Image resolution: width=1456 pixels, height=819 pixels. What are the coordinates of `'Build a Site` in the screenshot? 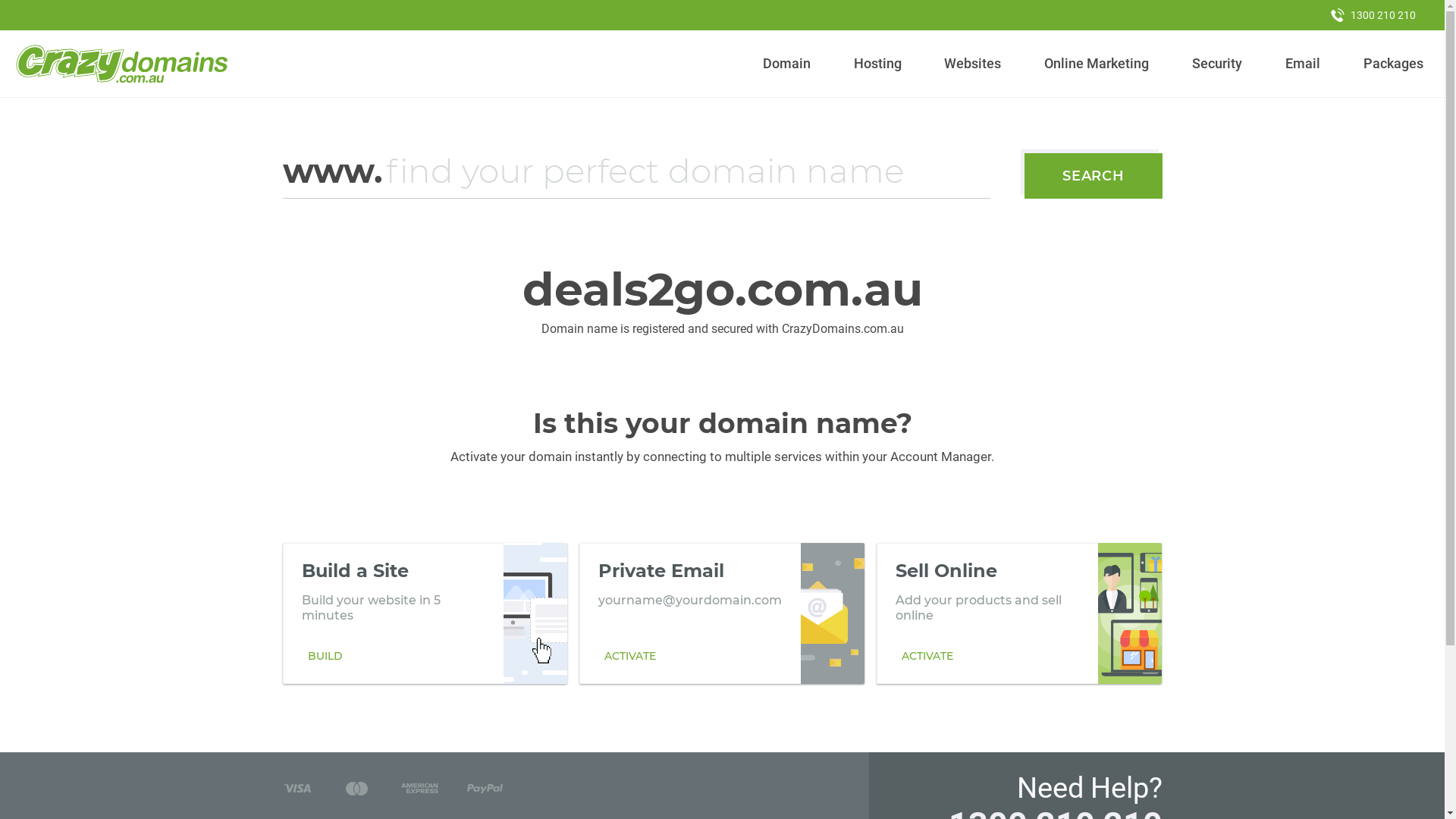 It's located at (425, 613).